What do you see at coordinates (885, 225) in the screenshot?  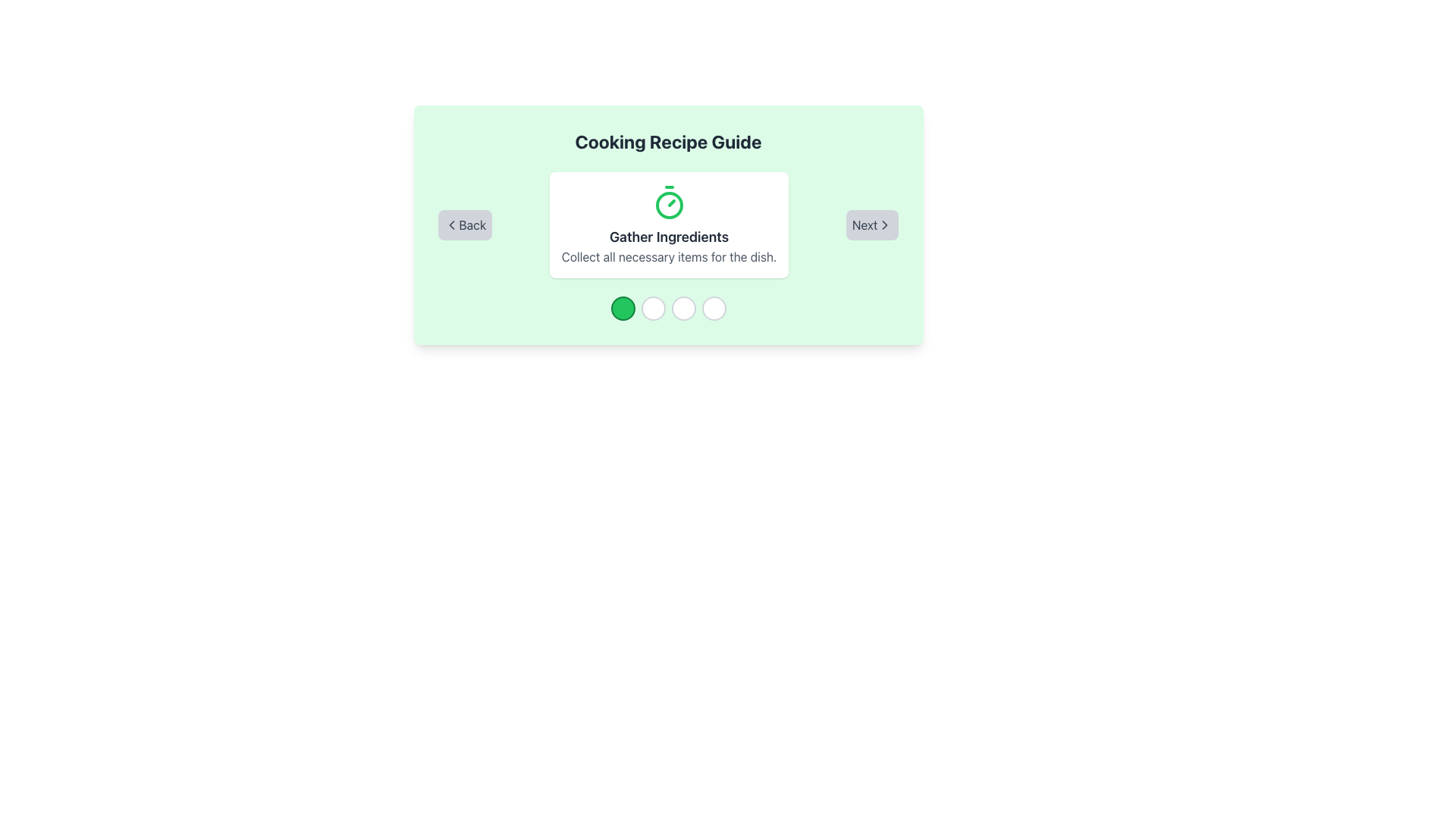 I see `the right-pointing chevron SVG icon indicating navigation to the next step or page, located to the right of the 'Next' text within its button` at bounding box center [885, 225].